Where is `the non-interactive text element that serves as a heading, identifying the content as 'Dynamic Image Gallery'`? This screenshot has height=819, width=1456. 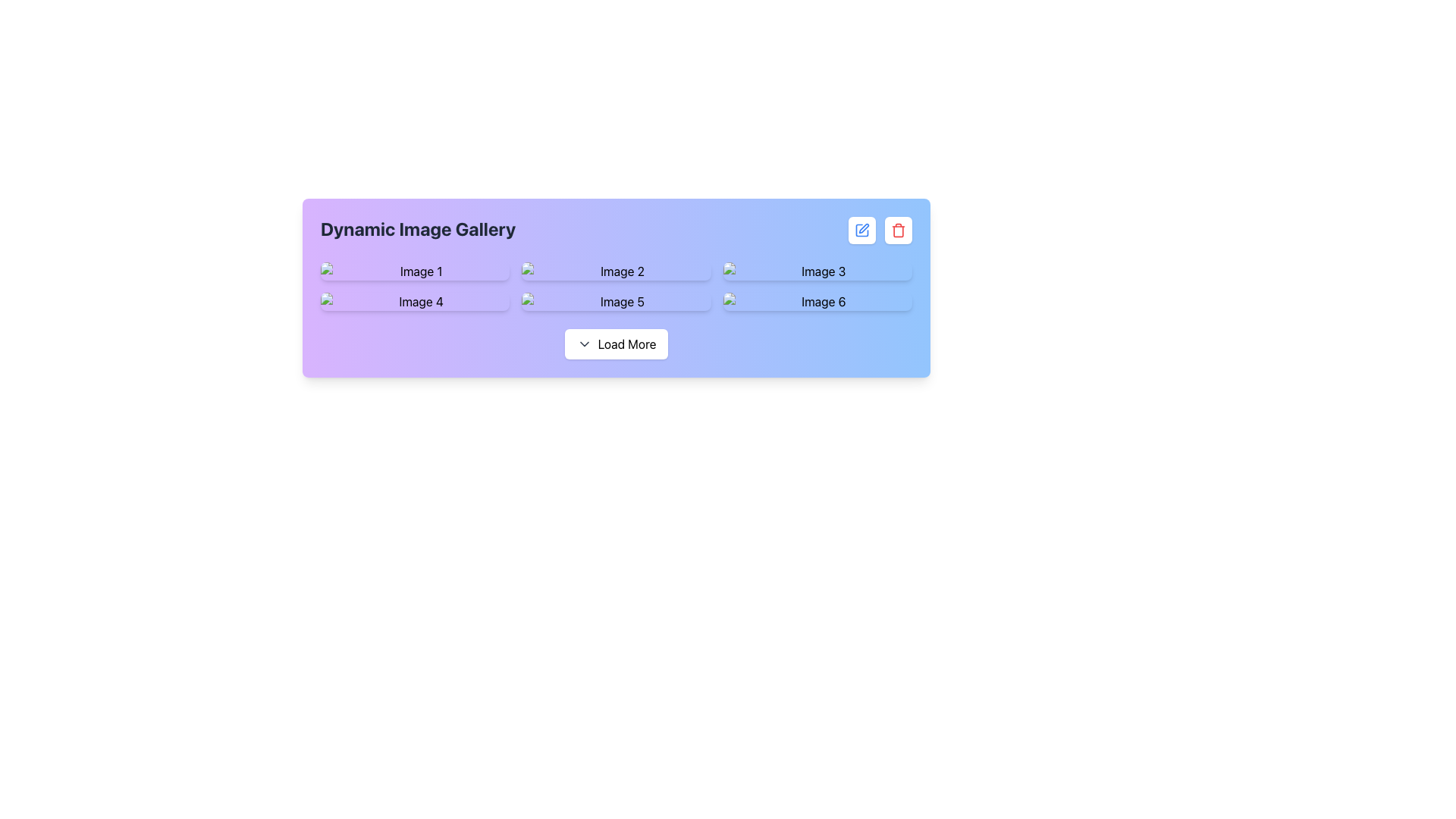 the non-interactive text element that serves as a heading, identifying the content as 'Dynamic Image Gallery' is located at coordinates (418, 231).